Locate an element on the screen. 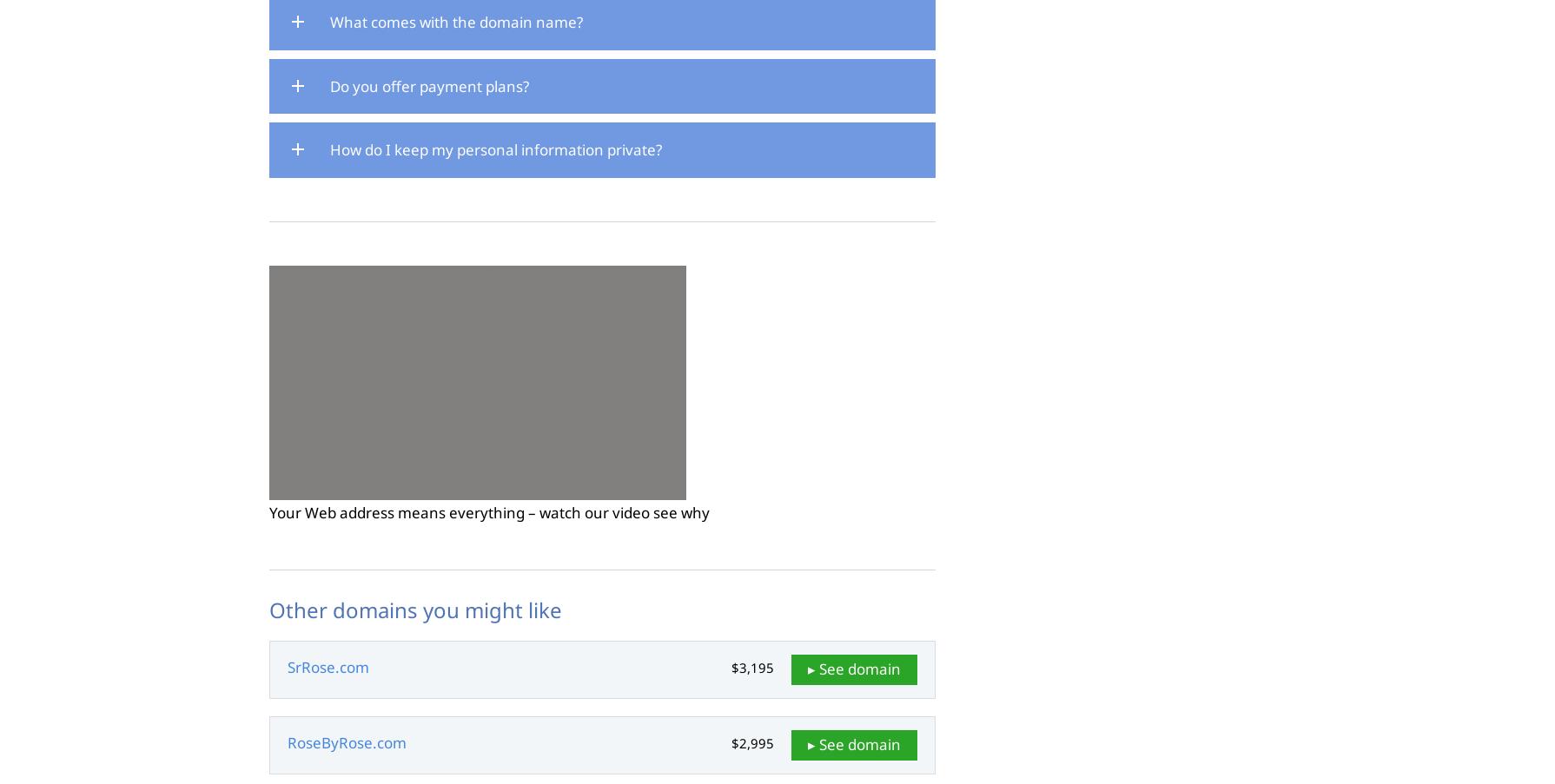 This screenshot has width=1555, height=784. '$2,995' is located at coordinates (751, 743).